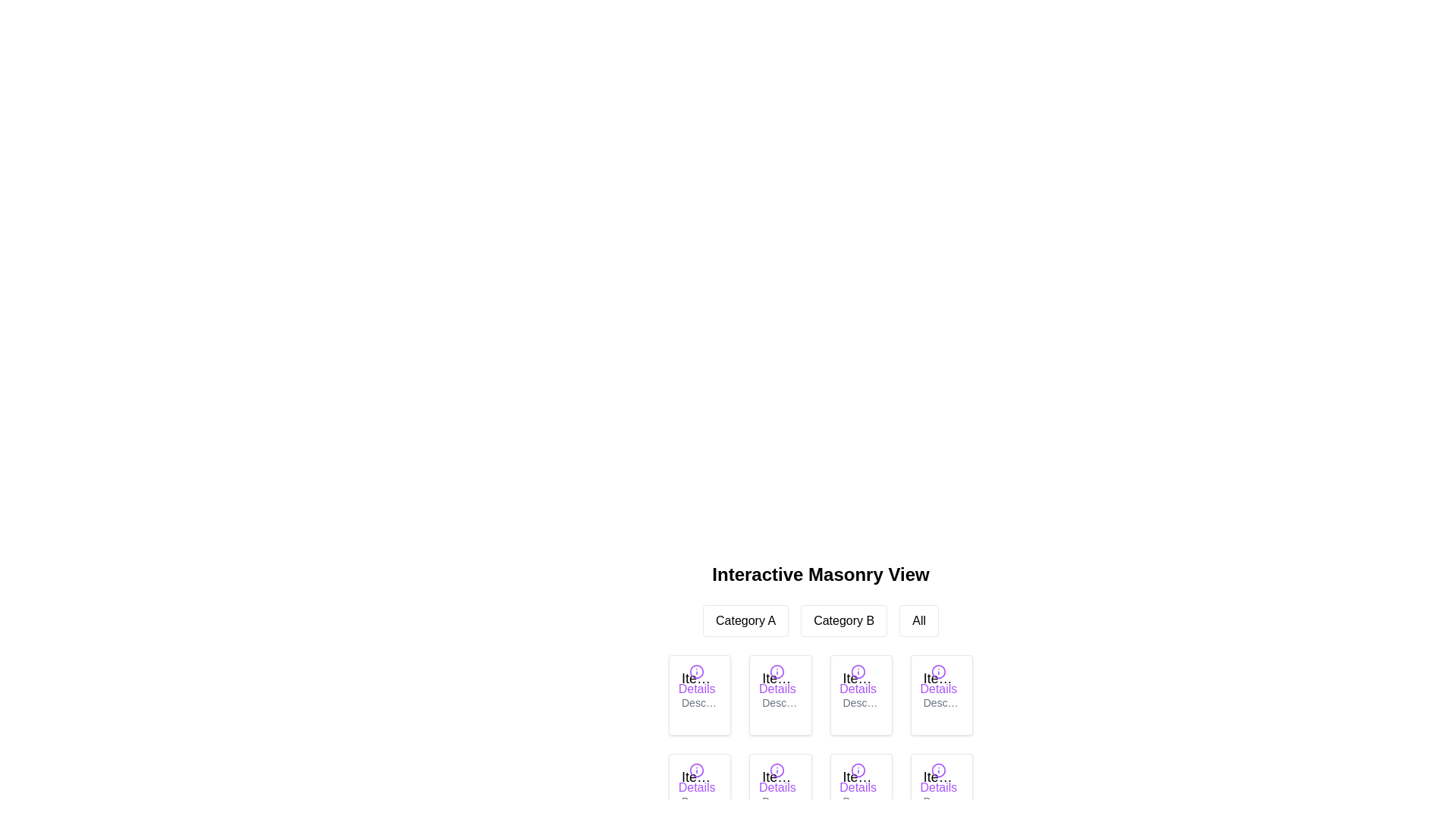 The height and width of the screenshot is (819, 1456). I want to click on the circular icon element, which is part of a composite icon in the first column of the second row within a masonry grid layout, so click(696, 770).